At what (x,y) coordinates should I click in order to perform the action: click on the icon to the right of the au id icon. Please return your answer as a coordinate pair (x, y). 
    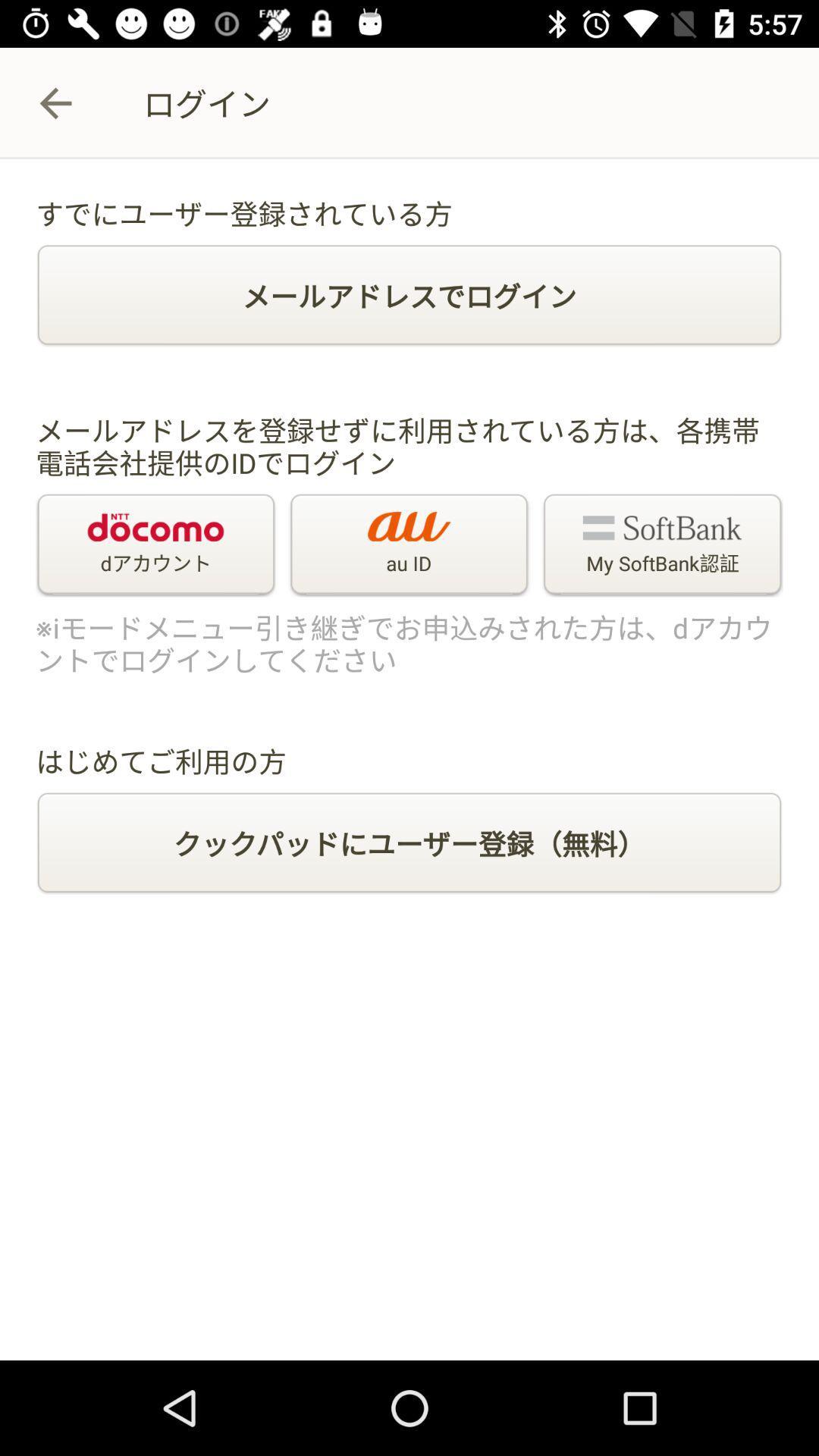
    Looking at the image, I should click on (661, 545).